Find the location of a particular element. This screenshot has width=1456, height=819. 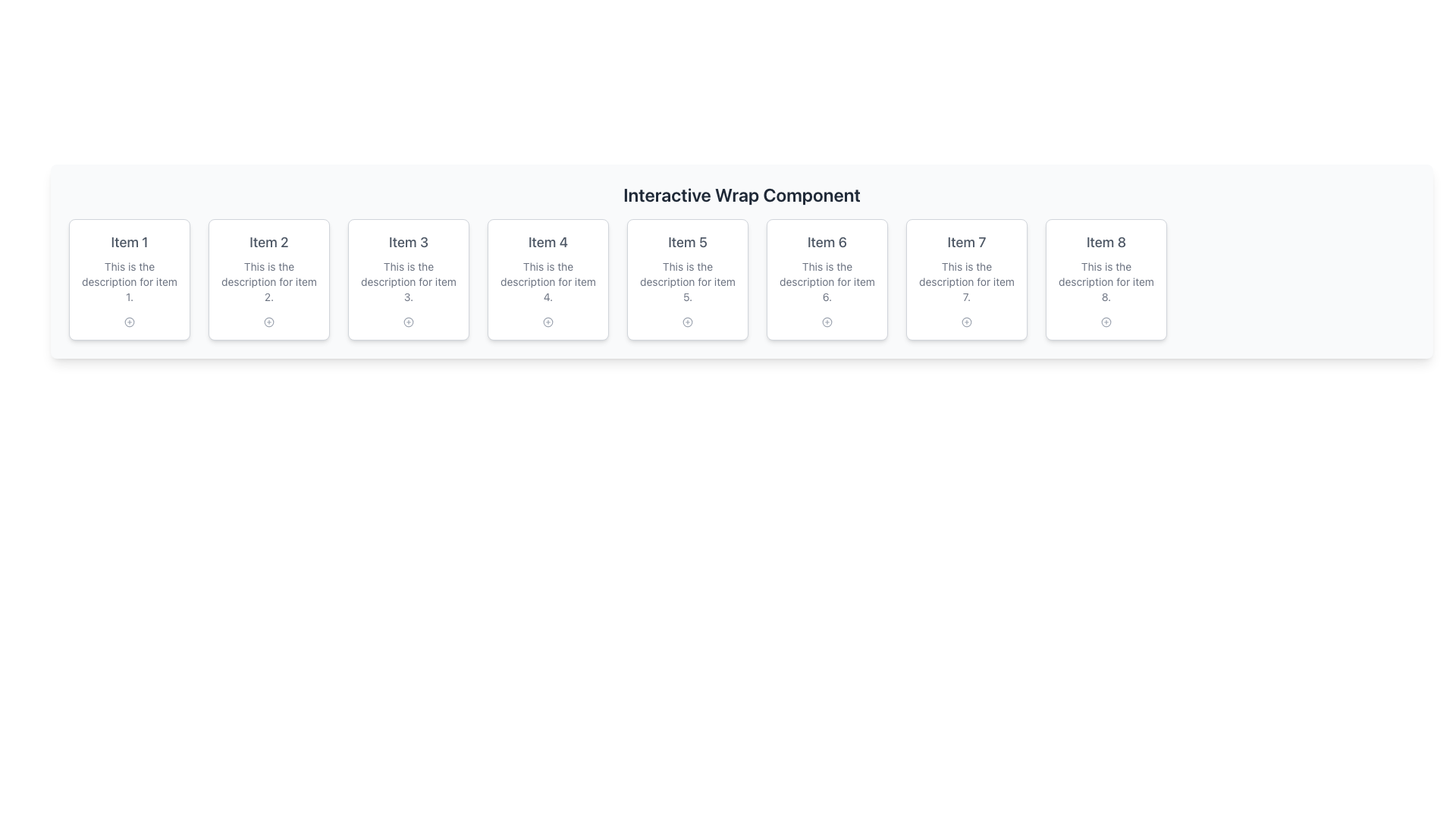

text label titled 'Item 2' located at the top-center of the second card in a horizontal lineup is located at coordinates (269, 242).